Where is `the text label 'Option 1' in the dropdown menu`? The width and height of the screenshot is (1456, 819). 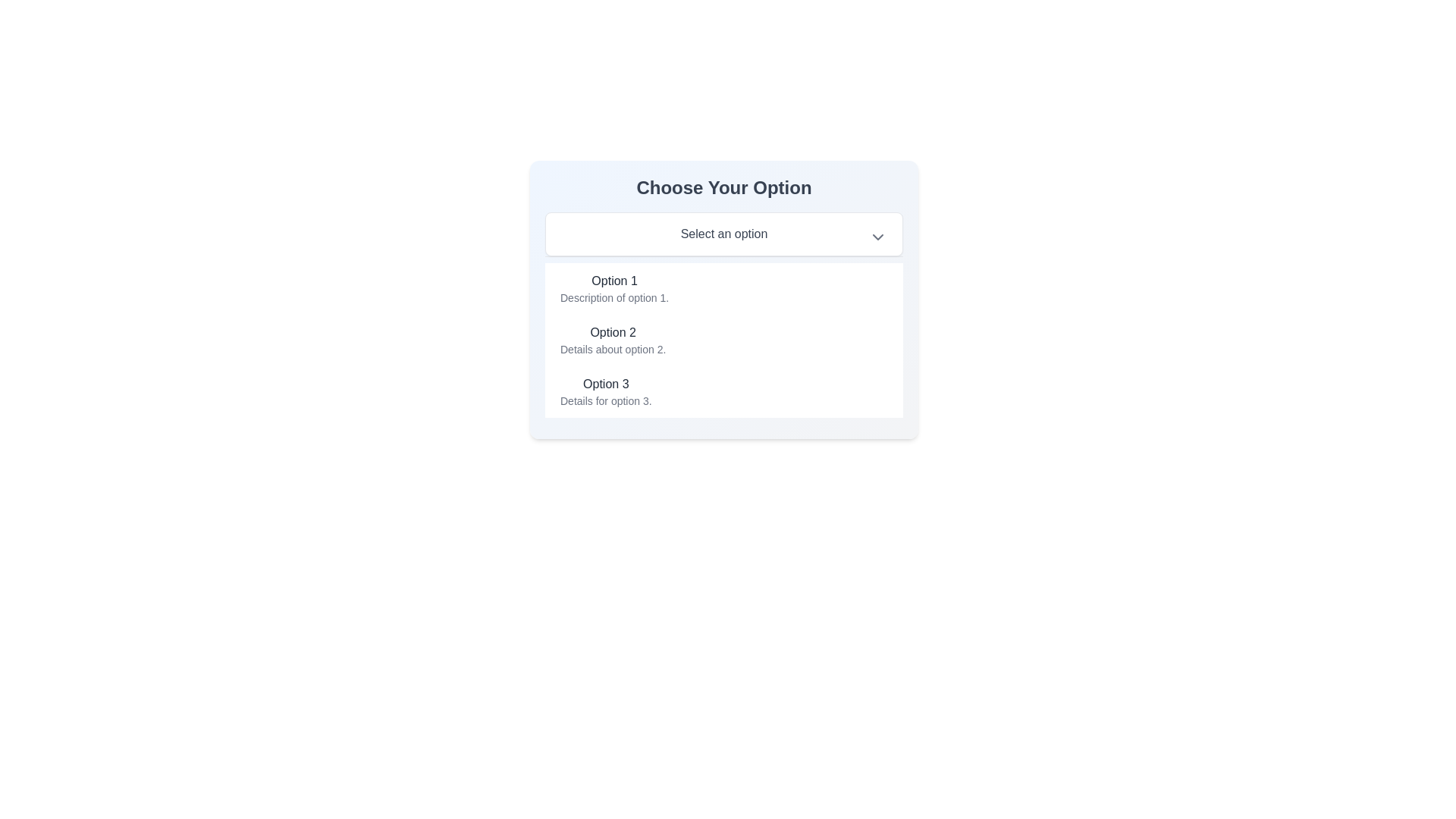 the text label 'Option 1' in the dropdown menu is located at coordinates (614, 281).